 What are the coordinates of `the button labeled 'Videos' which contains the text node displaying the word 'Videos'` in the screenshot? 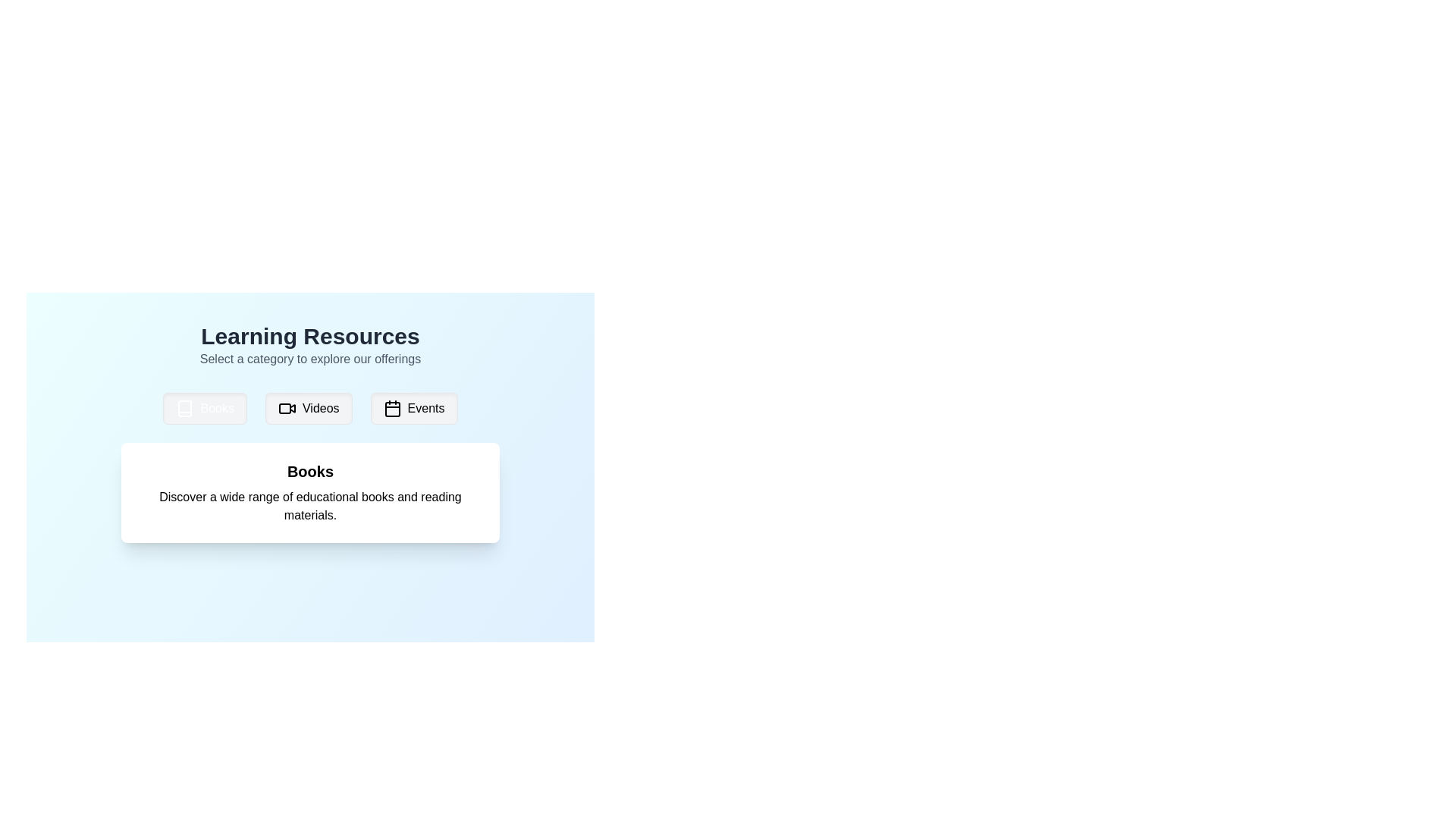 It's located at (320, 408).